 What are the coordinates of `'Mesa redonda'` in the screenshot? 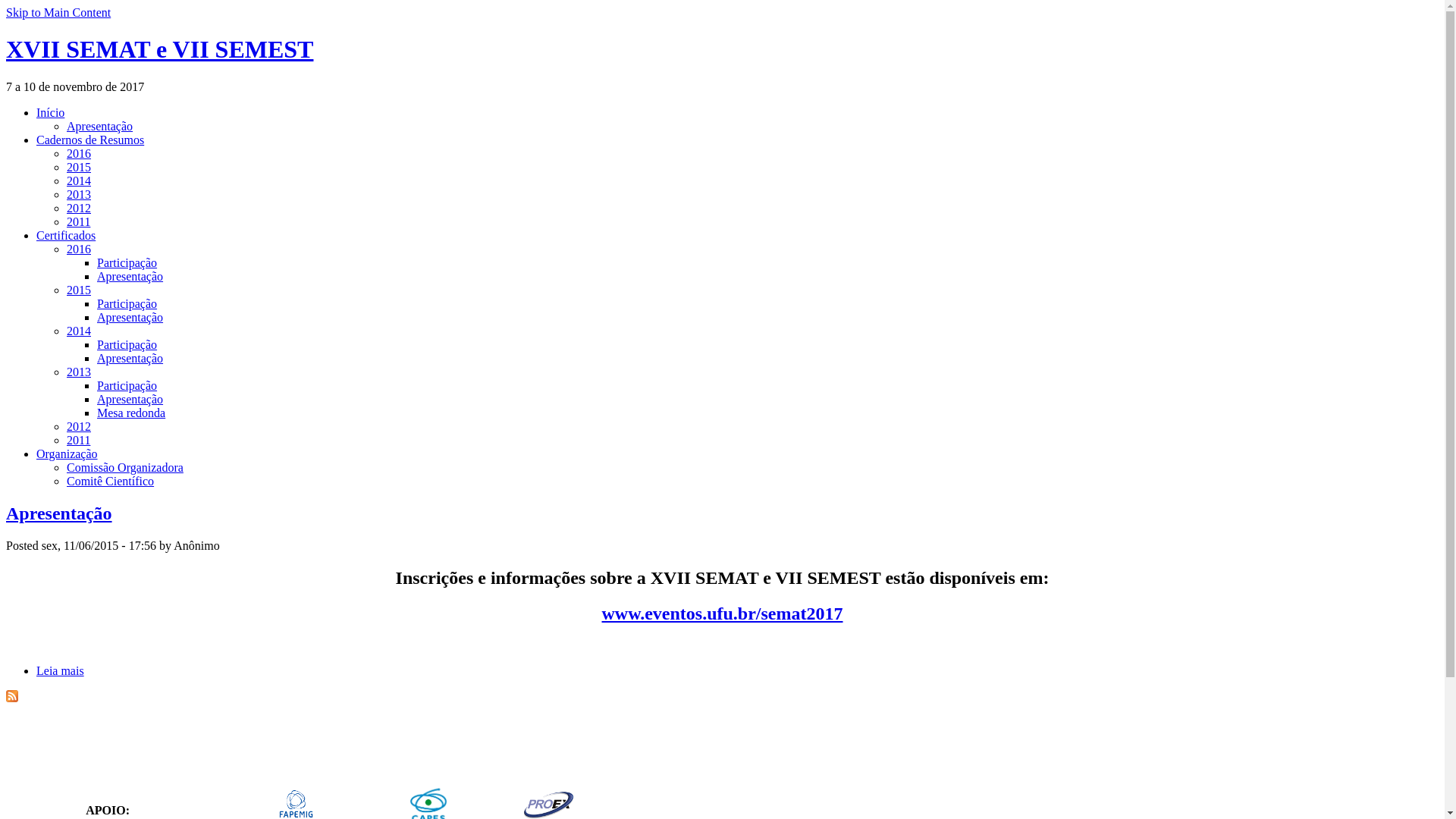 It's located at (96, 413).